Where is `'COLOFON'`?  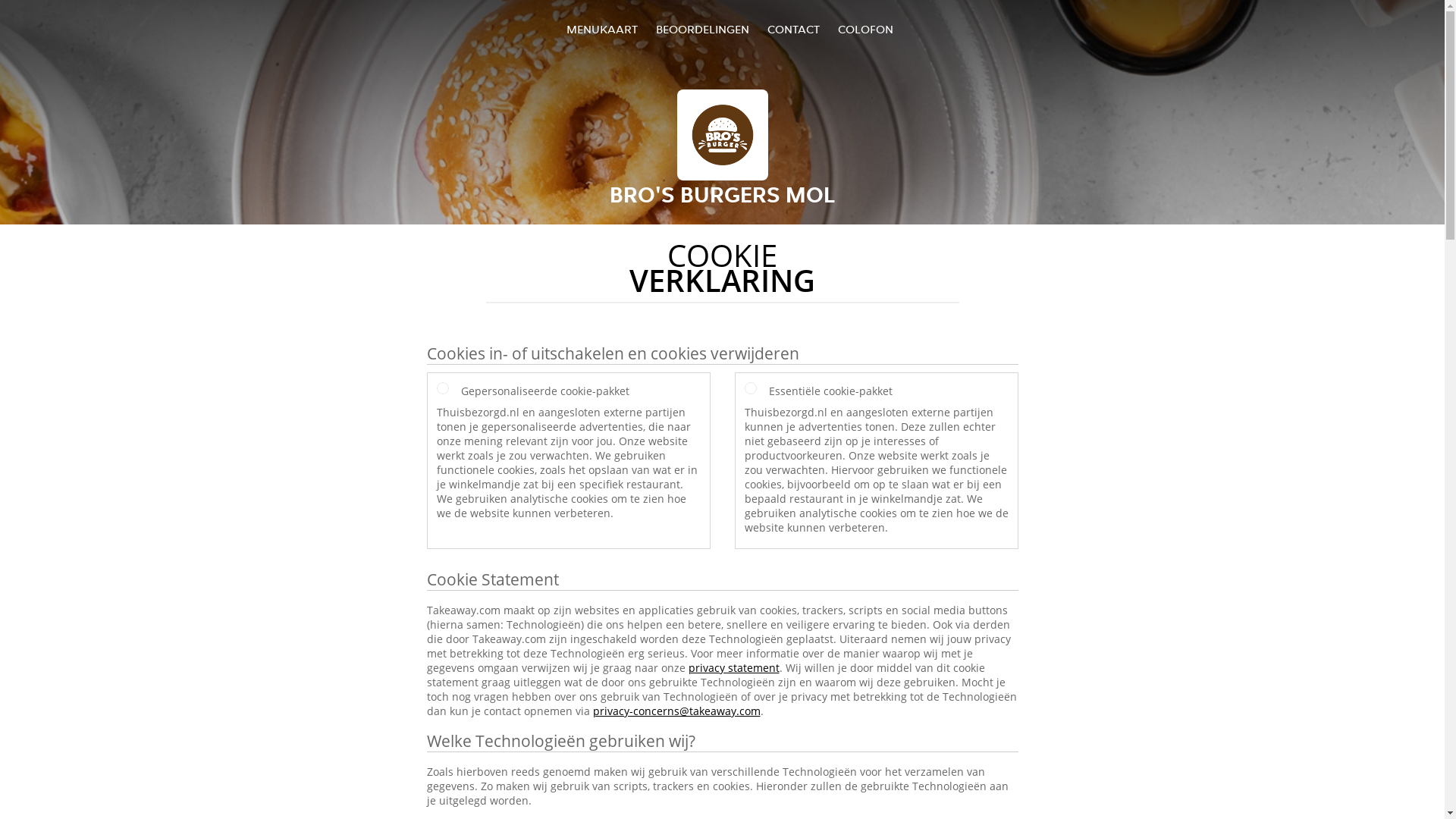 'COLOFON' is located at coordinates (865, 29).